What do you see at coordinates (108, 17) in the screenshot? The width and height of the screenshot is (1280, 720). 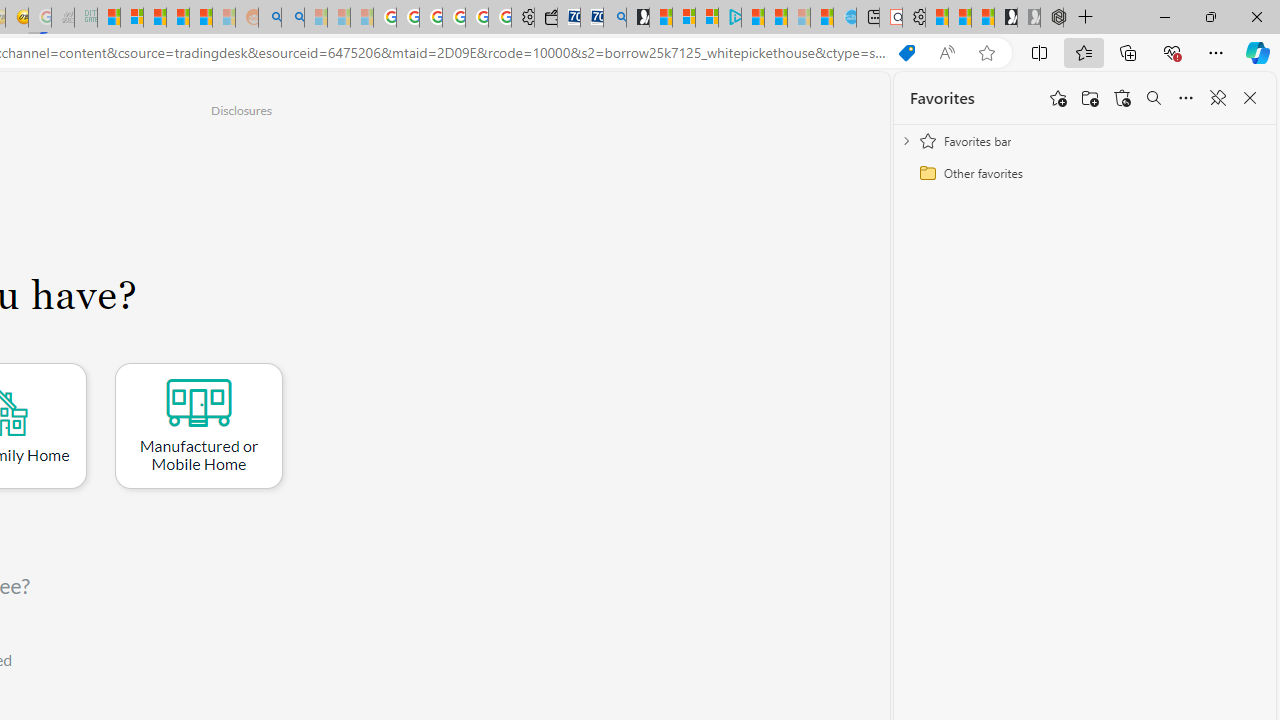 I see `'MSNBC - MSN'` at bounding box center [108, 17].